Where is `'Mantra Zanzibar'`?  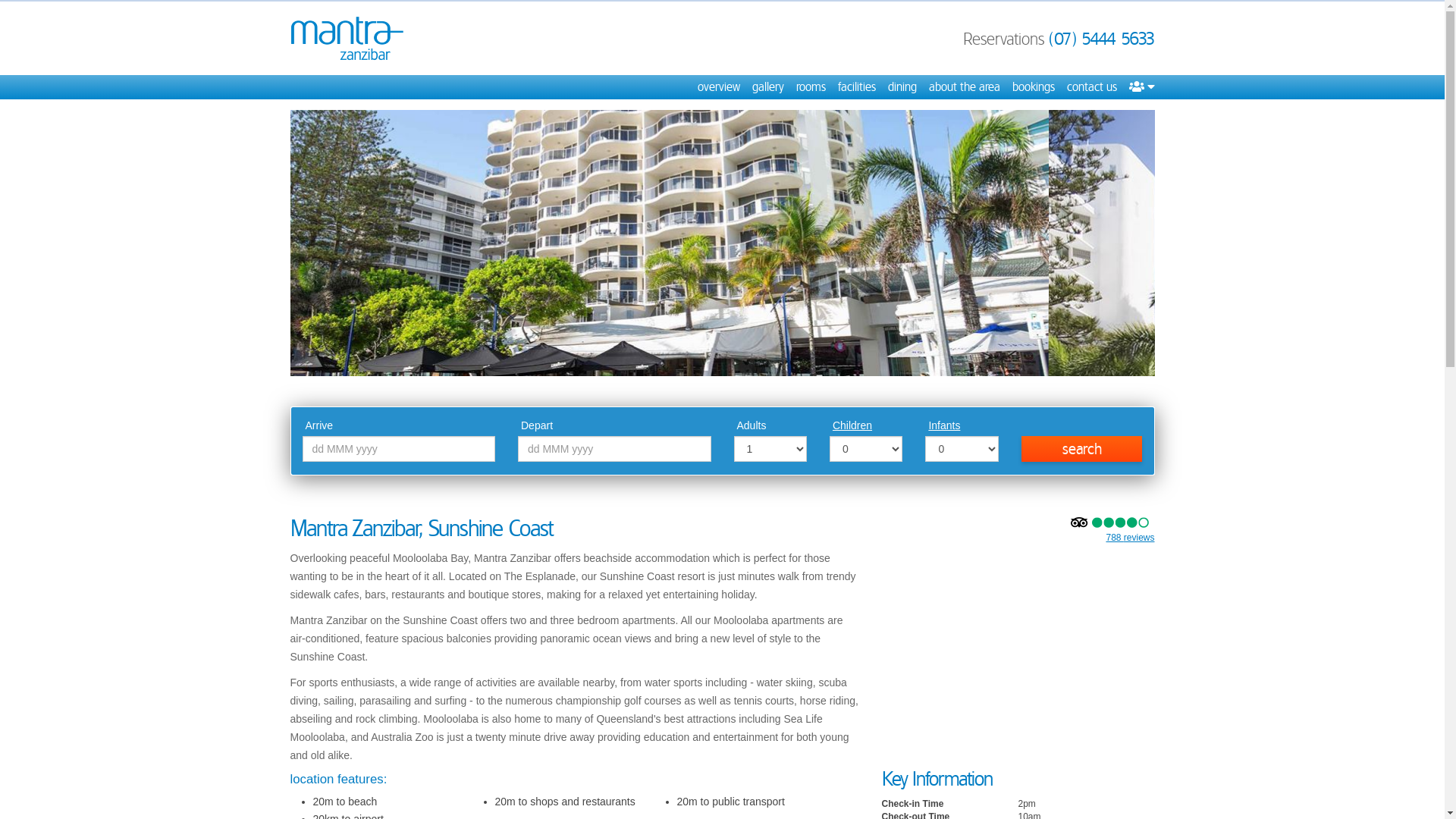 'Mantra Zanzibar' is located at coordinates (345, 36).